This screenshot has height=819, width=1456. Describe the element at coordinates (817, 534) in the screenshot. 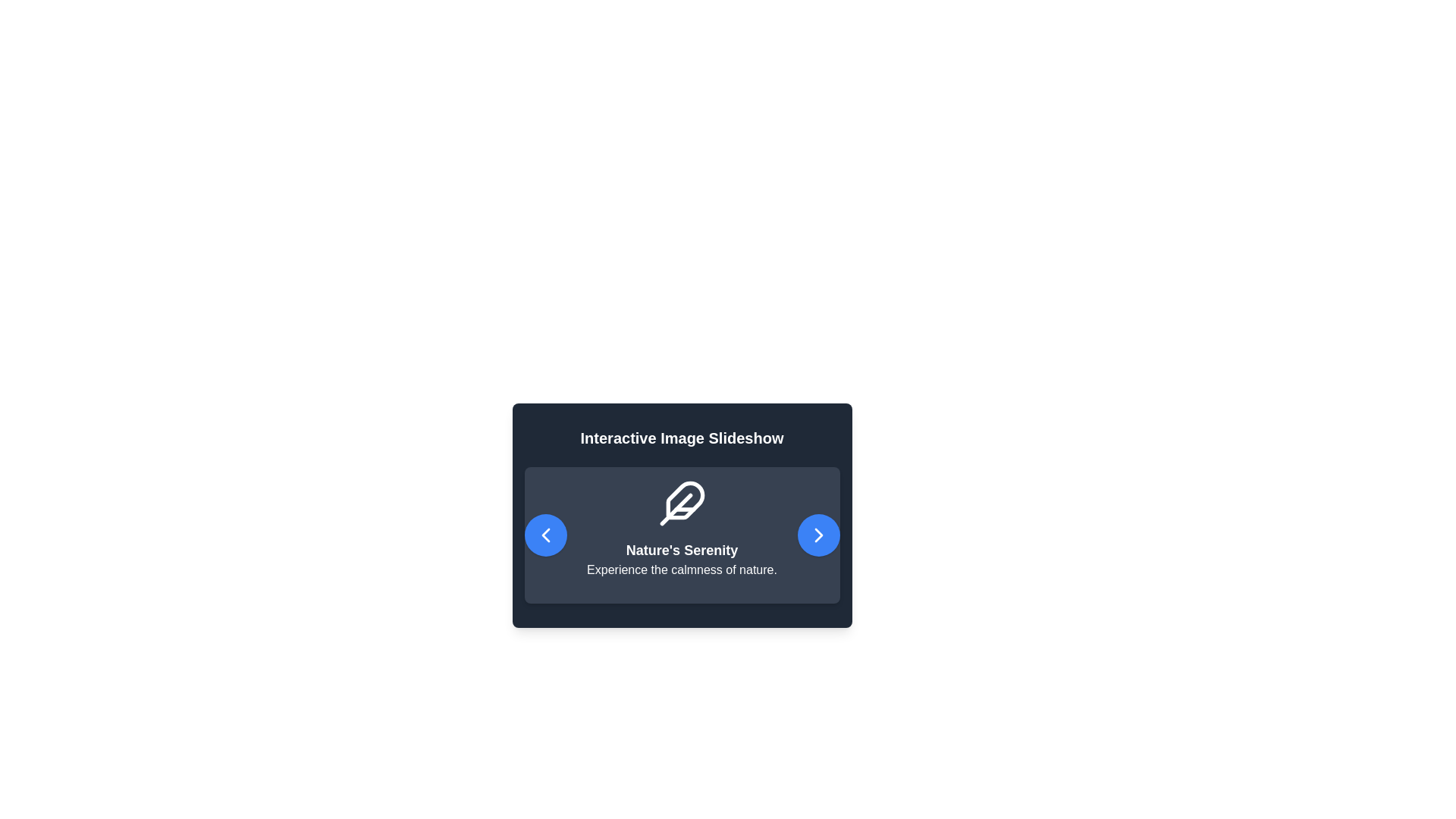

I see `the navigation button that advances to the next slide in the slideshow` at that location.